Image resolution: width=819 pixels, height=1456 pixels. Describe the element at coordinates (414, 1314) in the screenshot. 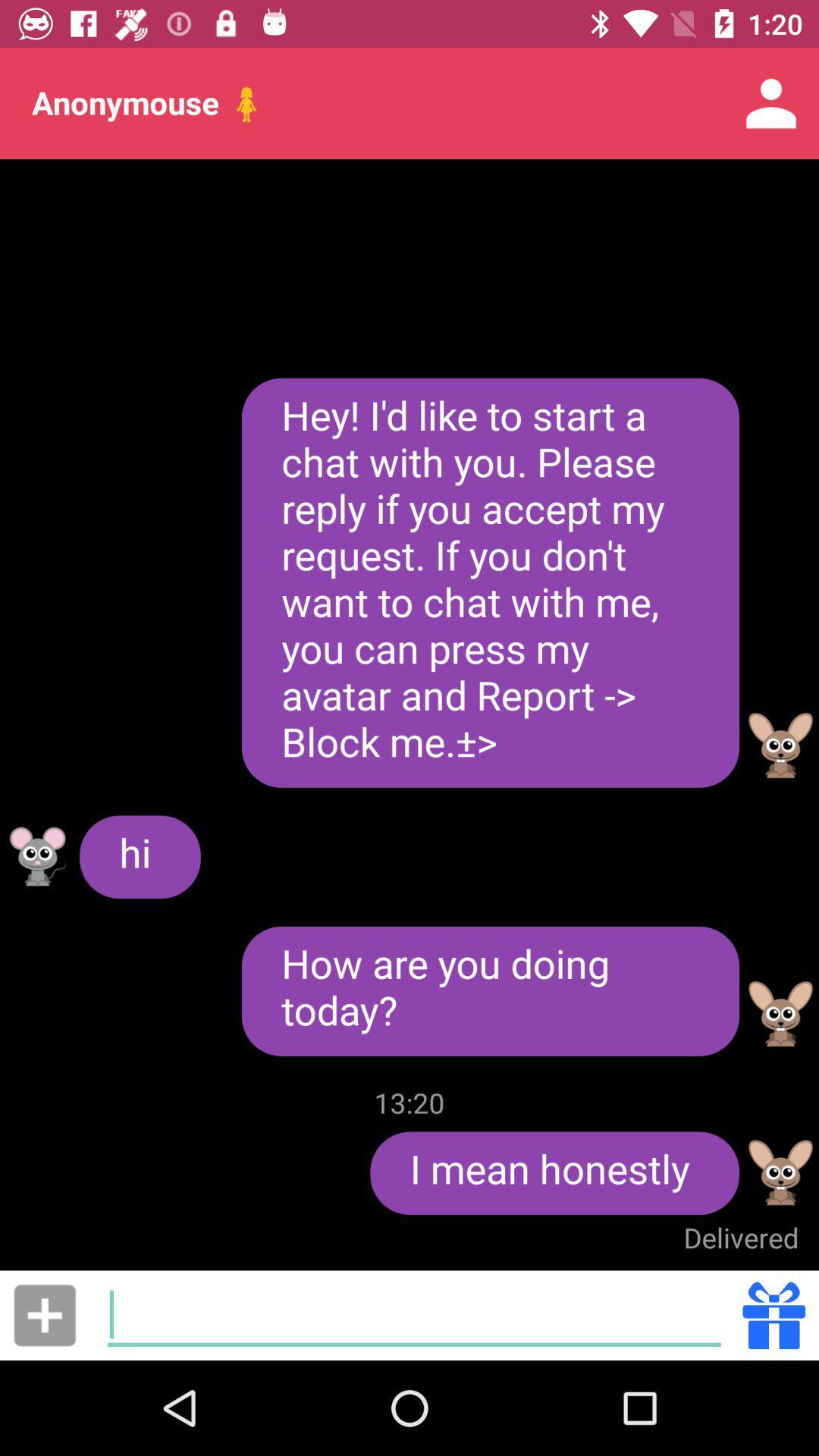

I see `type box` at that location.